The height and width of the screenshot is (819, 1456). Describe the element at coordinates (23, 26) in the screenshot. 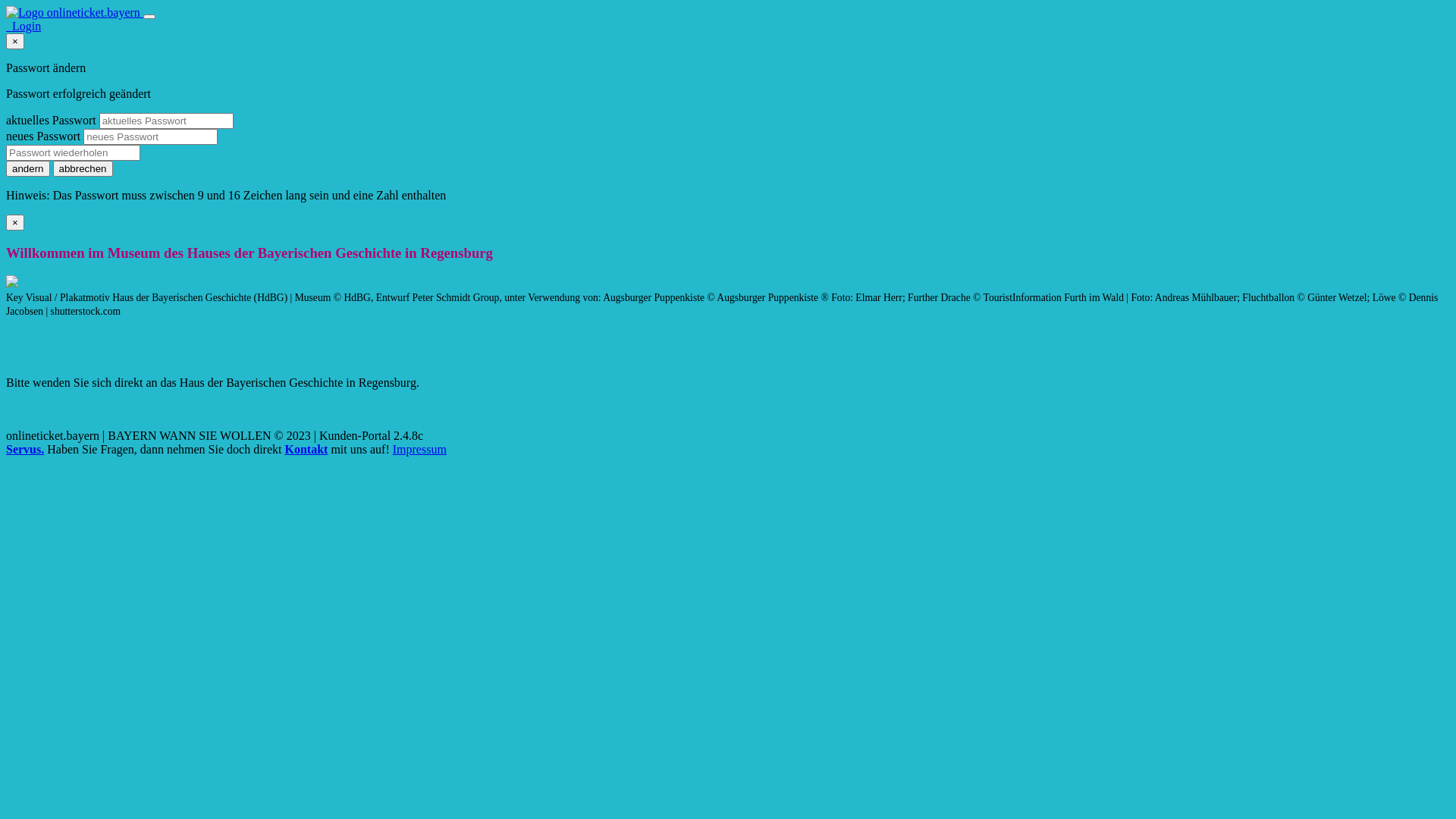

I see `'  Login'` at that location.